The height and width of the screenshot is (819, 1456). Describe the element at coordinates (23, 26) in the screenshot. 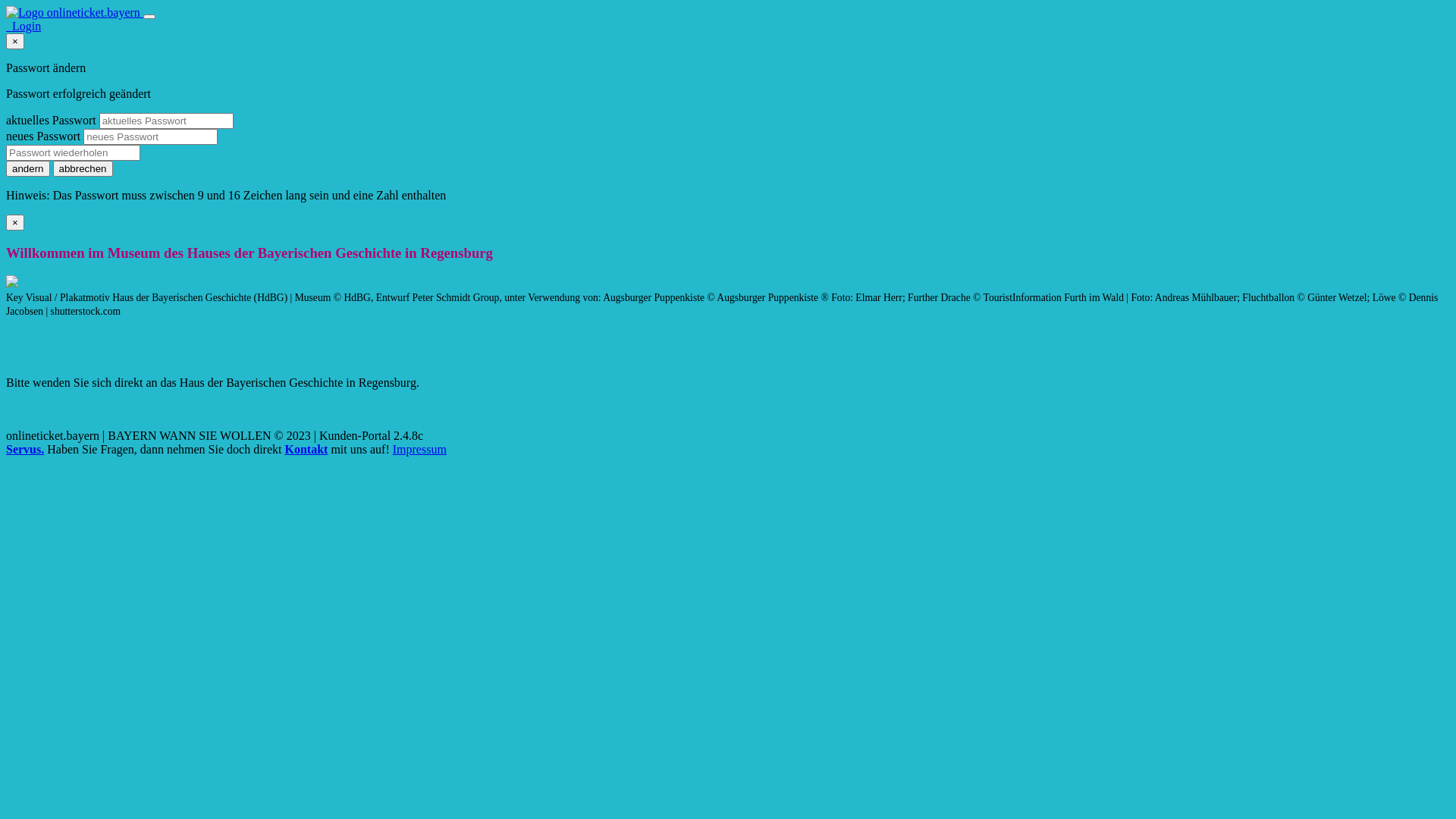

I see `'  Login'` at that location.